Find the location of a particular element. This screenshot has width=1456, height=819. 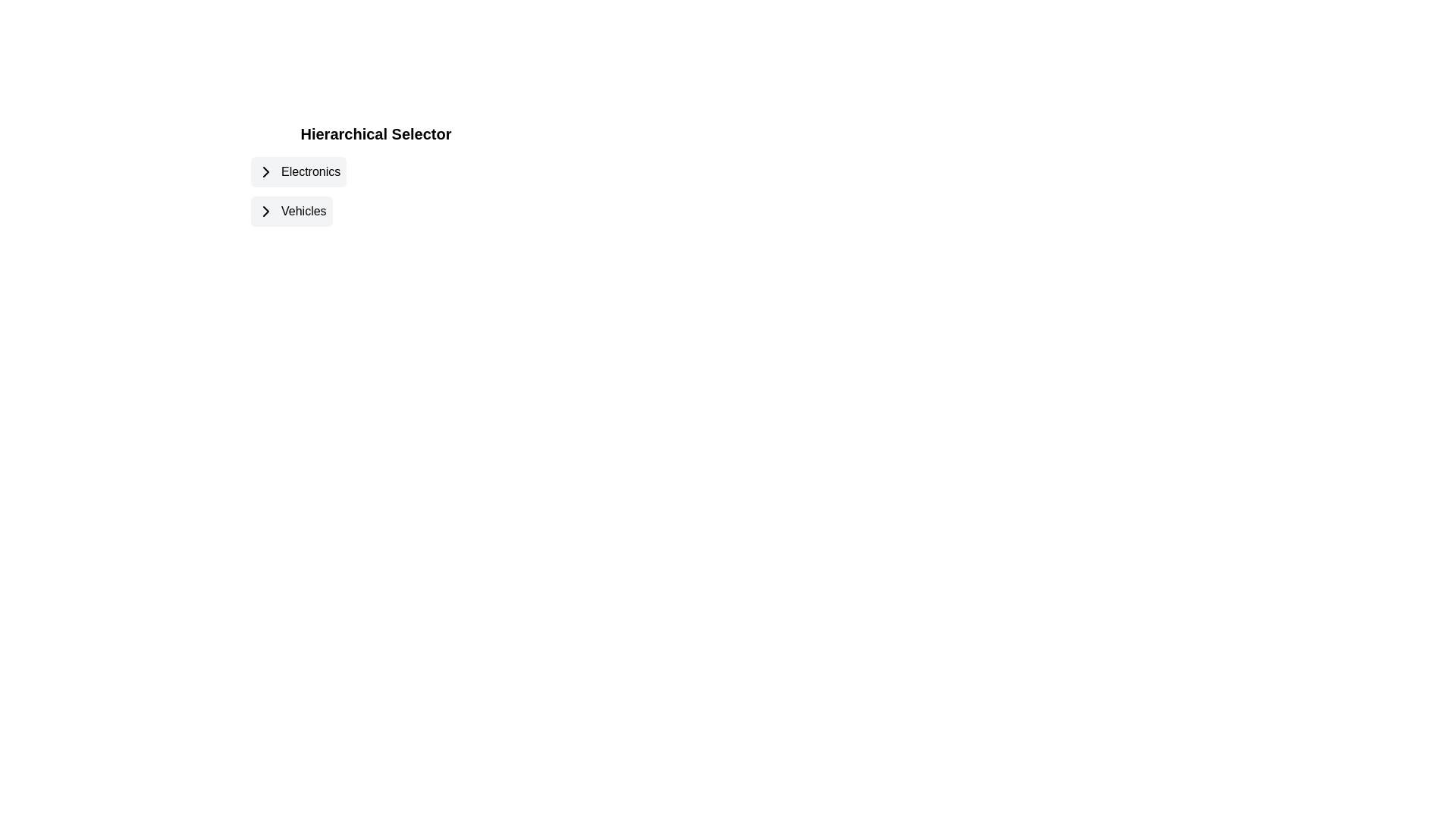

the small rightward-pointing chevron-shaped icon located to the left of the 'Electronics' text in the hierarchical selector UI is located at coordinates (265, 171).